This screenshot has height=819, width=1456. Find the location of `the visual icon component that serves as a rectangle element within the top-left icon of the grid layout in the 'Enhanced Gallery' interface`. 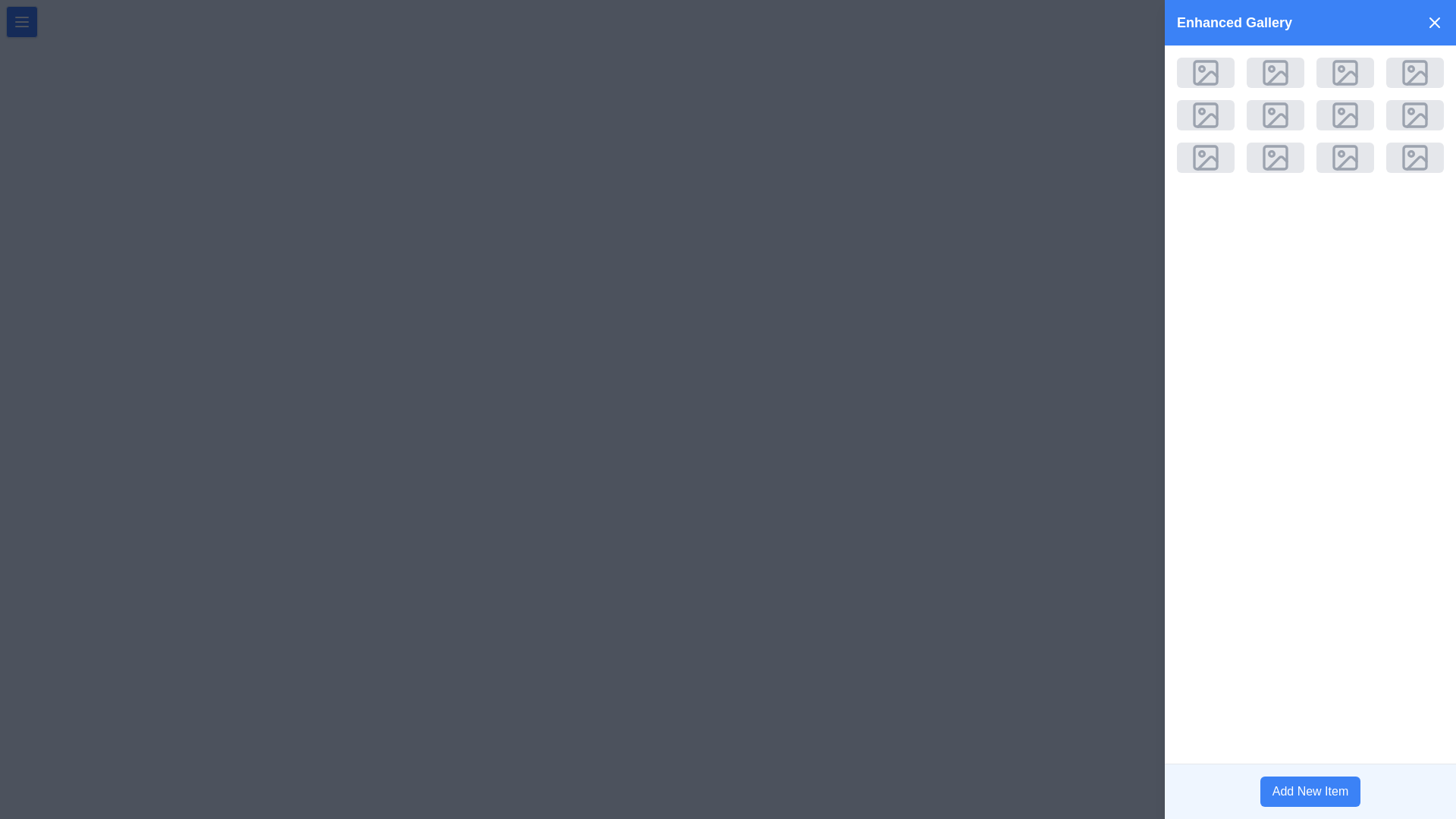

the visual icon component that serves as a rectangle element within the top-left icon of the grid layout in the 'Enhanced Gallery' interface is located at coordinates (1204, 114).